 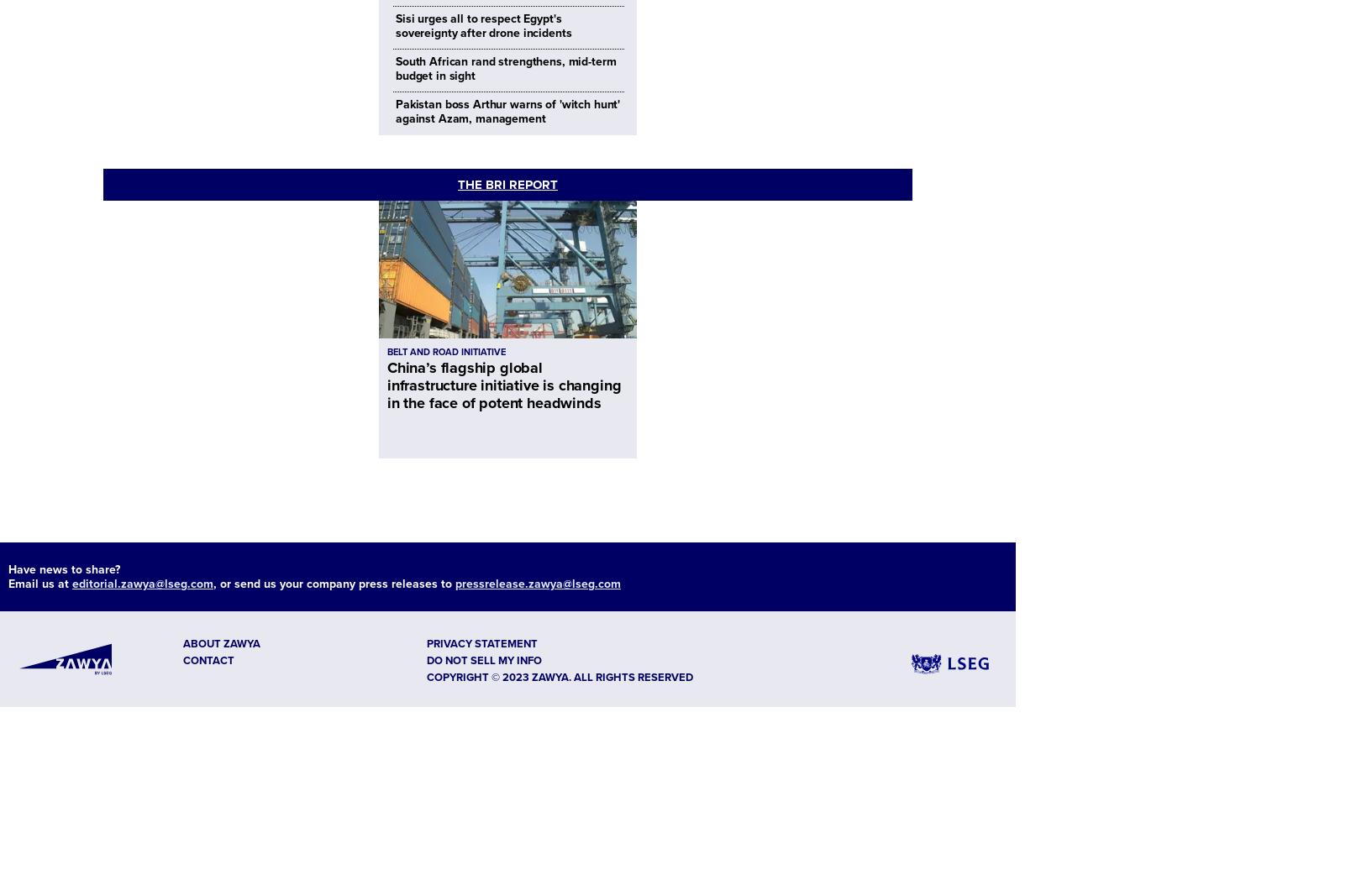 I want to click on 'South African rand strengthens, mid-term budget in sight', so click(x=395, y=68).